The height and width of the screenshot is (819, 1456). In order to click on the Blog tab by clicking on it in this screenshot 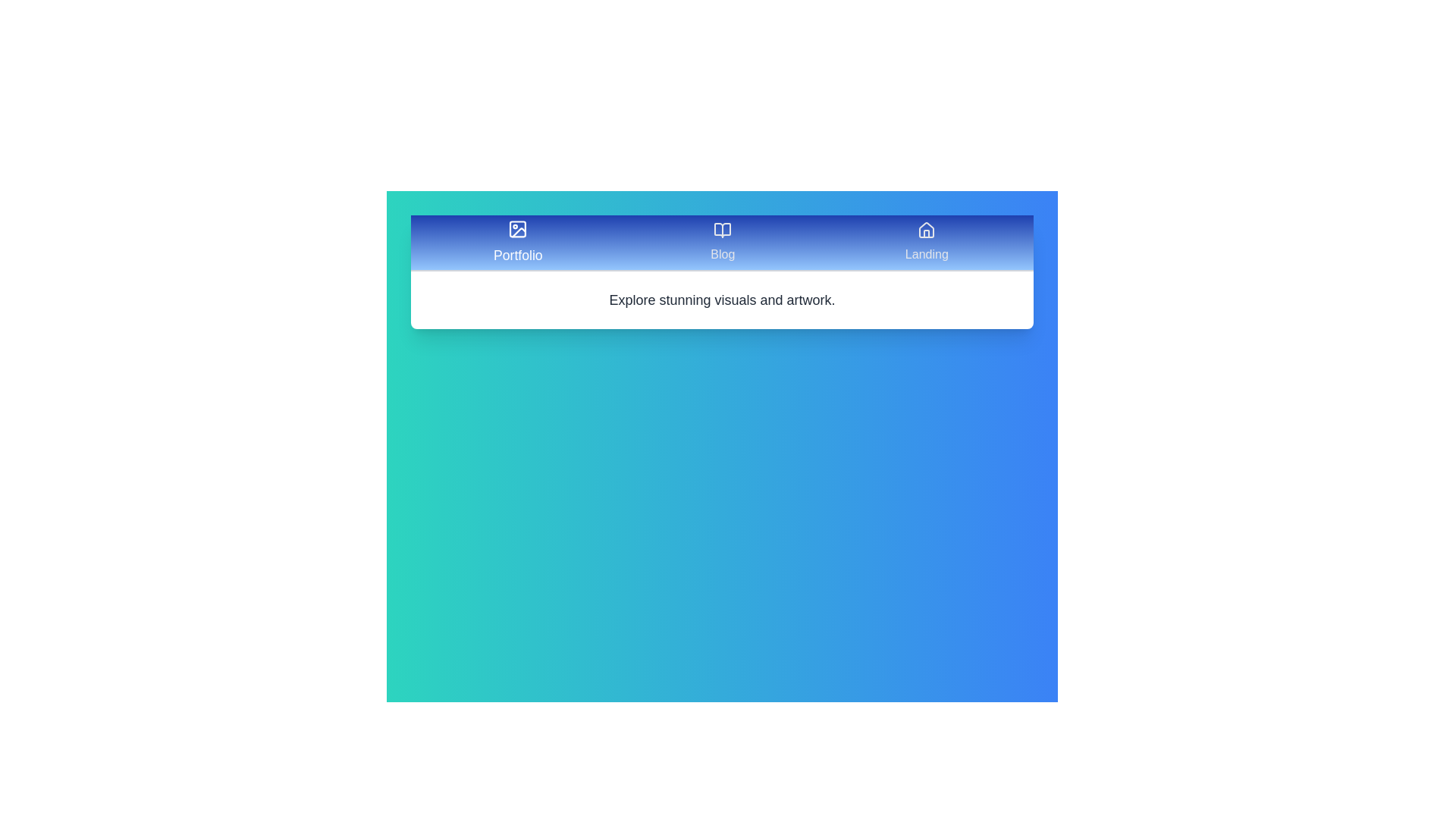, I will do `click(722, 242)`.